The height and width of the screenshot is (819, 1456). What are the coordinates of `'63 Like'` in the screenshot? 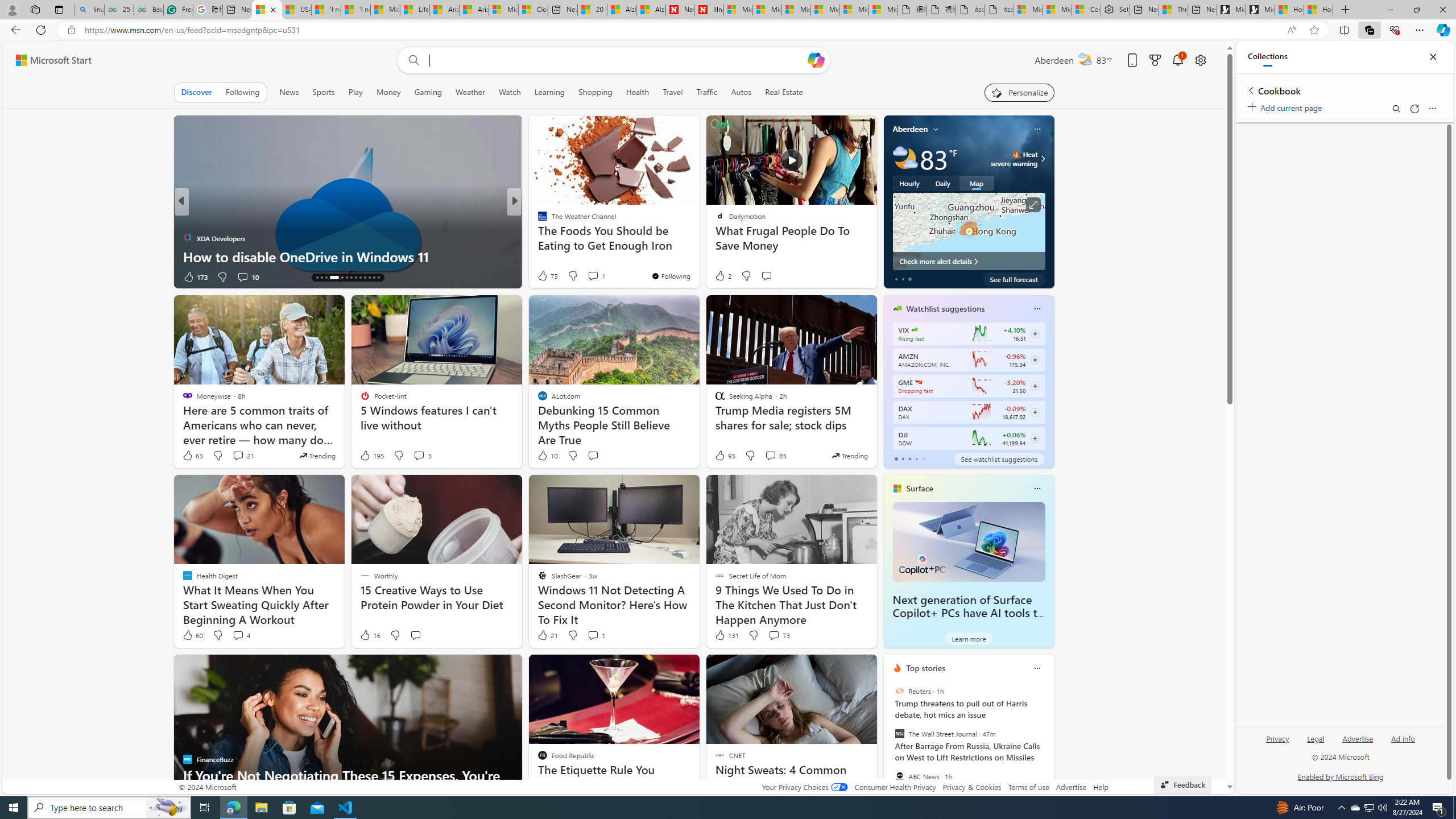 It's located at (192, 455).